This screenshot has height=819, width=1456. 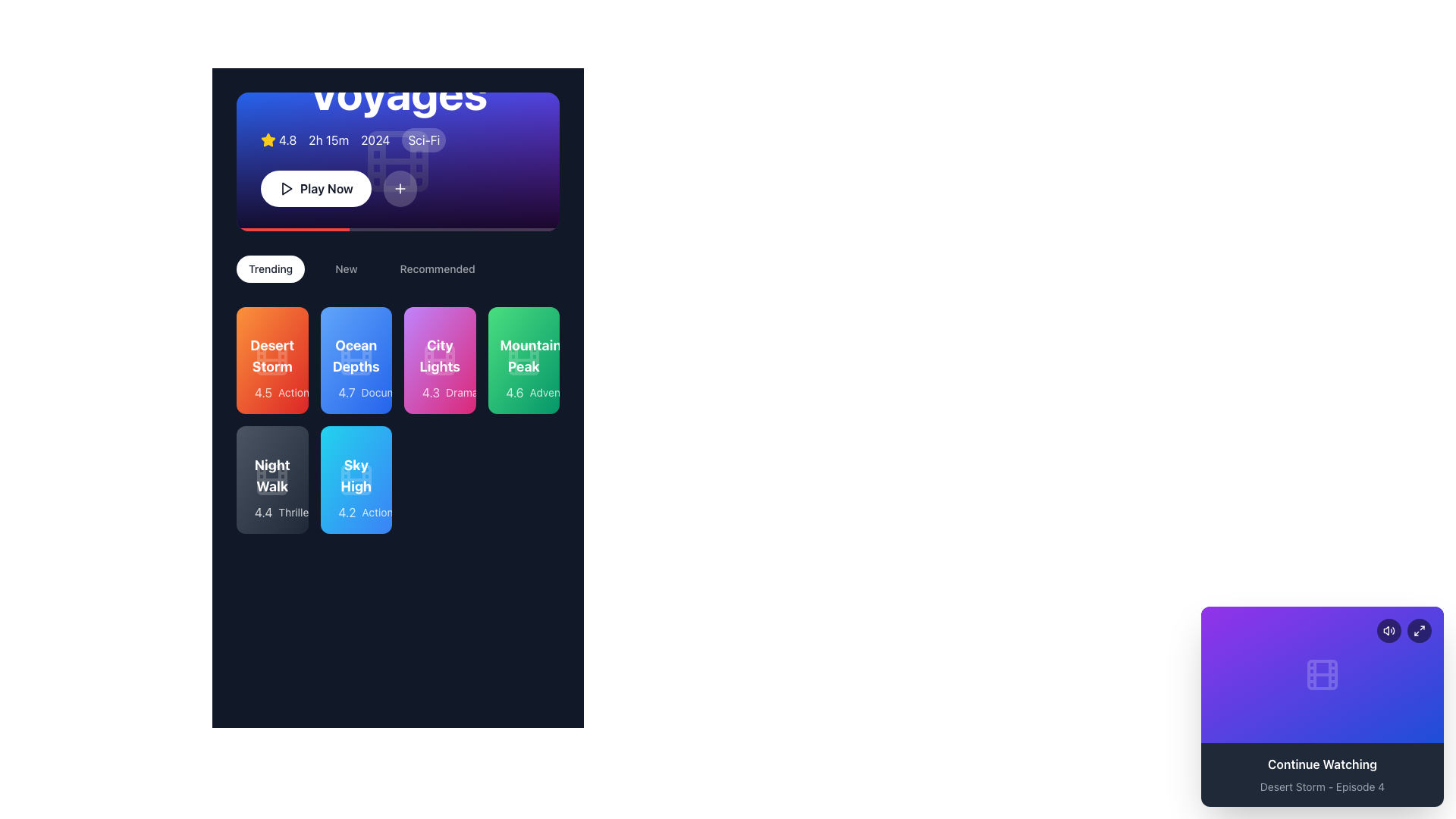 I want to click on text label that indicates the genre of the card, which is located within the blue card labeled 'Sky High' and describes the content as 'Action', so click(x=377, y=512).